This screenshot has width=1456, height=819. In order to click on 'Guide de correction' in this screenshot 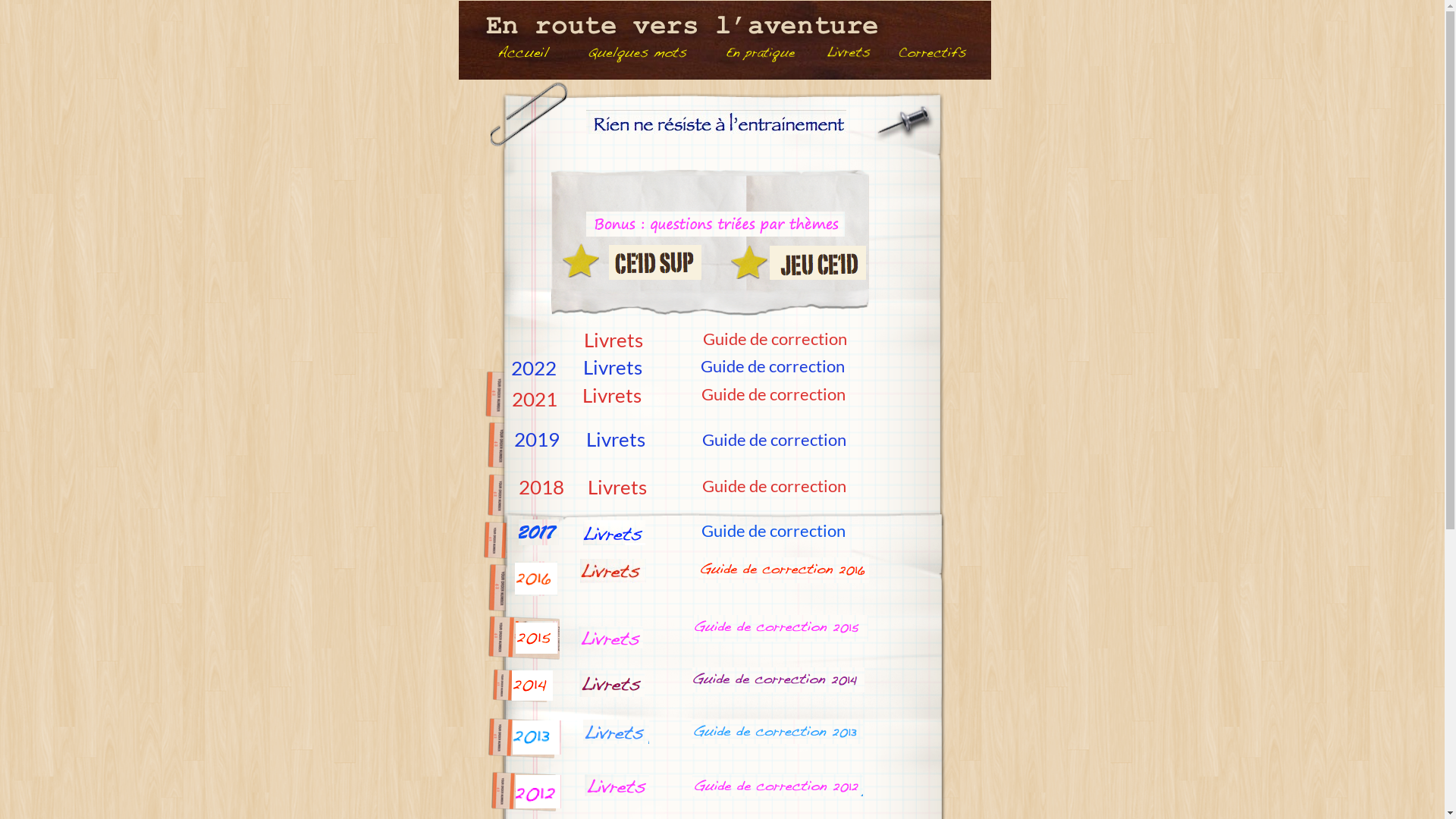, I will do `click(772, 366)`.